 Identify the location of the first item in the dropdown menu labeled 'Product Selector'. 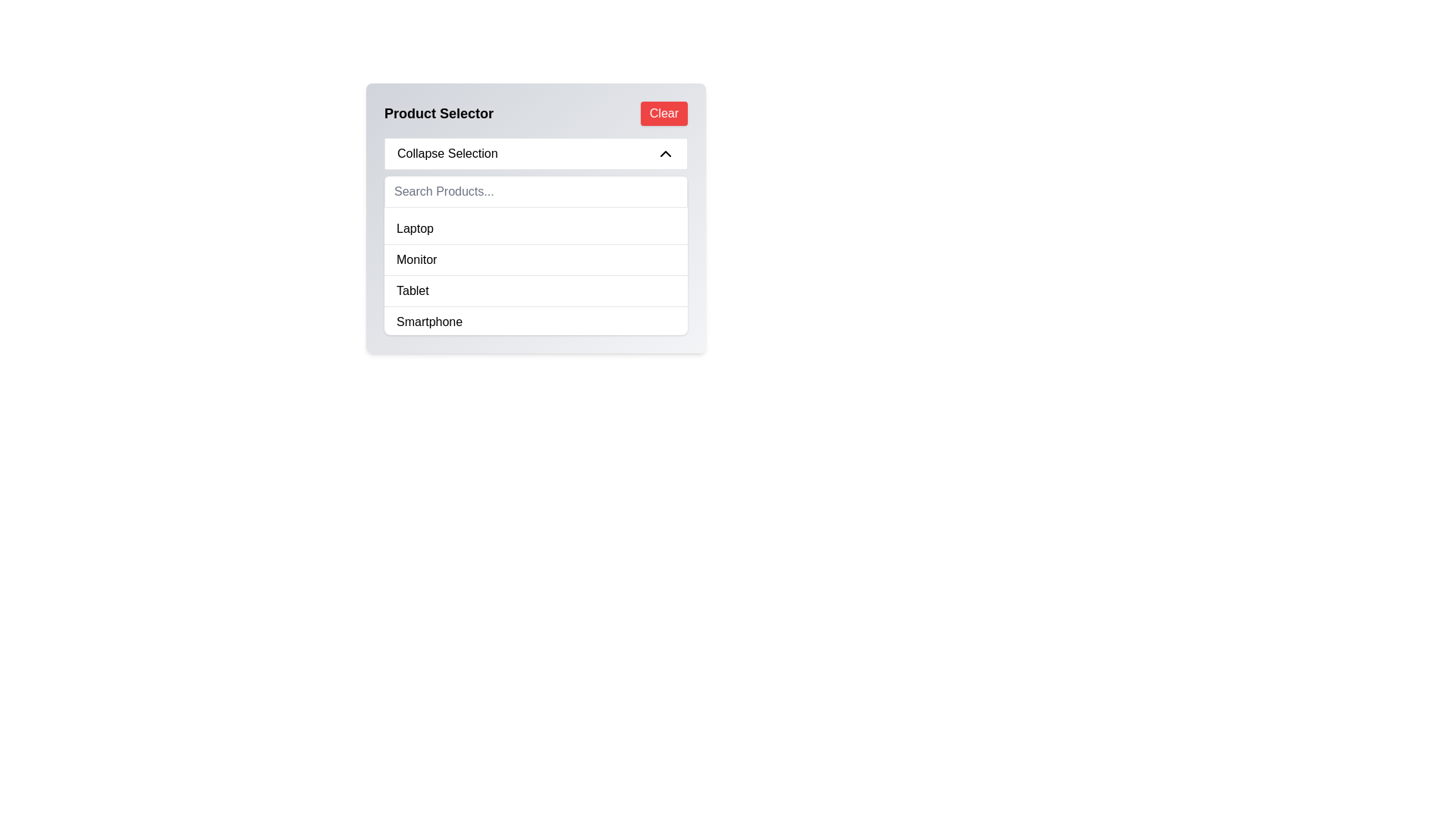
(415, 228).